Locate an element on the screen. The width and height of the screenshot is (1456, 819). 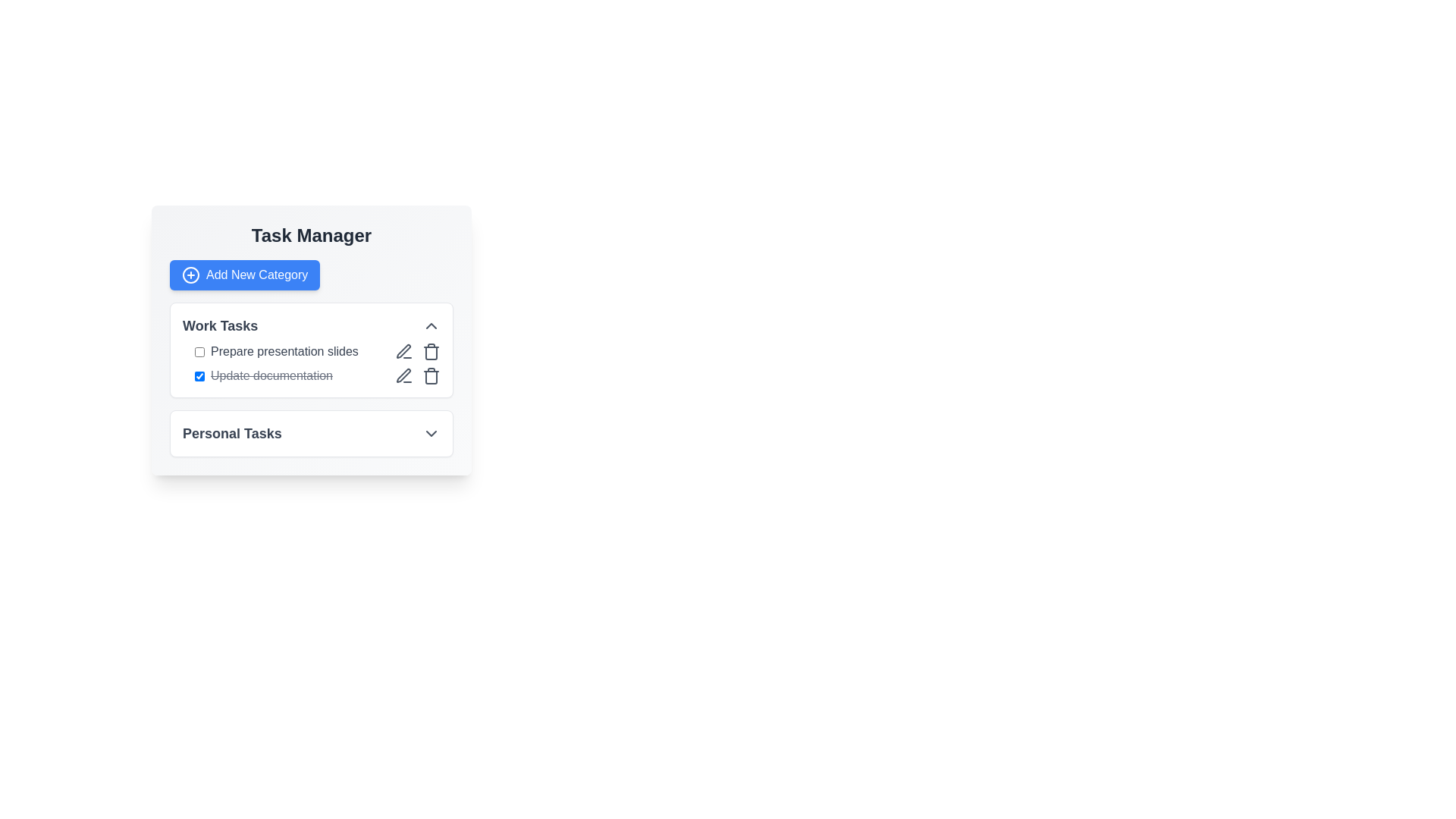
the text element displaying 'Prepare presentation slides' in gray font, located under the 'Work Tasks' category is located at coordinates (284, 351).